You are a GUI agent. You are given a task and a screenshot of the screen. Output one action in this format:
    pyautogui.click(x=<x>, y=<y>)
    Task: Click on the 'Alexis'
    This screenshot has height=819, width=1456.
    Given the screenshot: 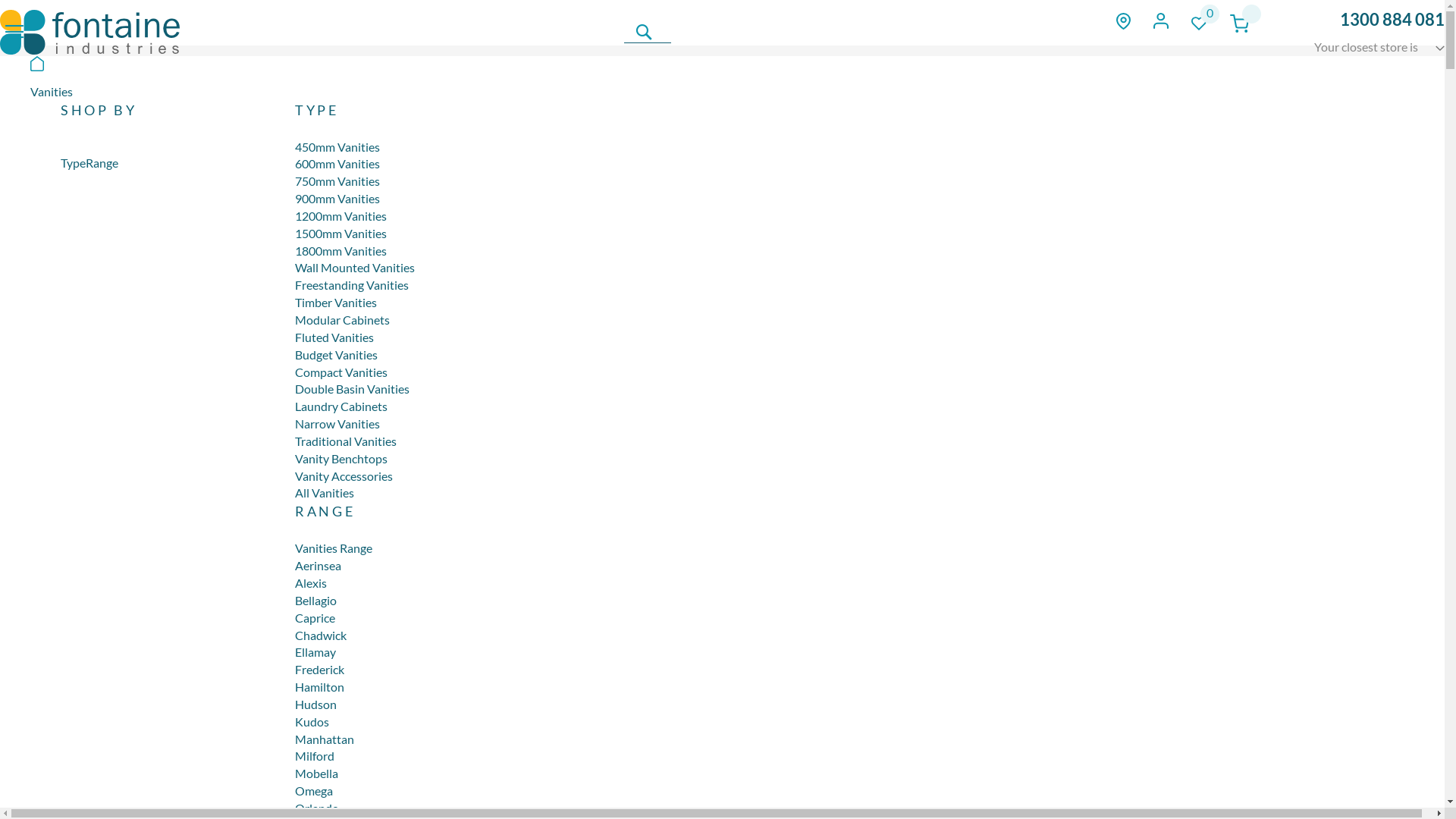 What is the action you would take?
    pyautogui.click(x=309, y=582)
    